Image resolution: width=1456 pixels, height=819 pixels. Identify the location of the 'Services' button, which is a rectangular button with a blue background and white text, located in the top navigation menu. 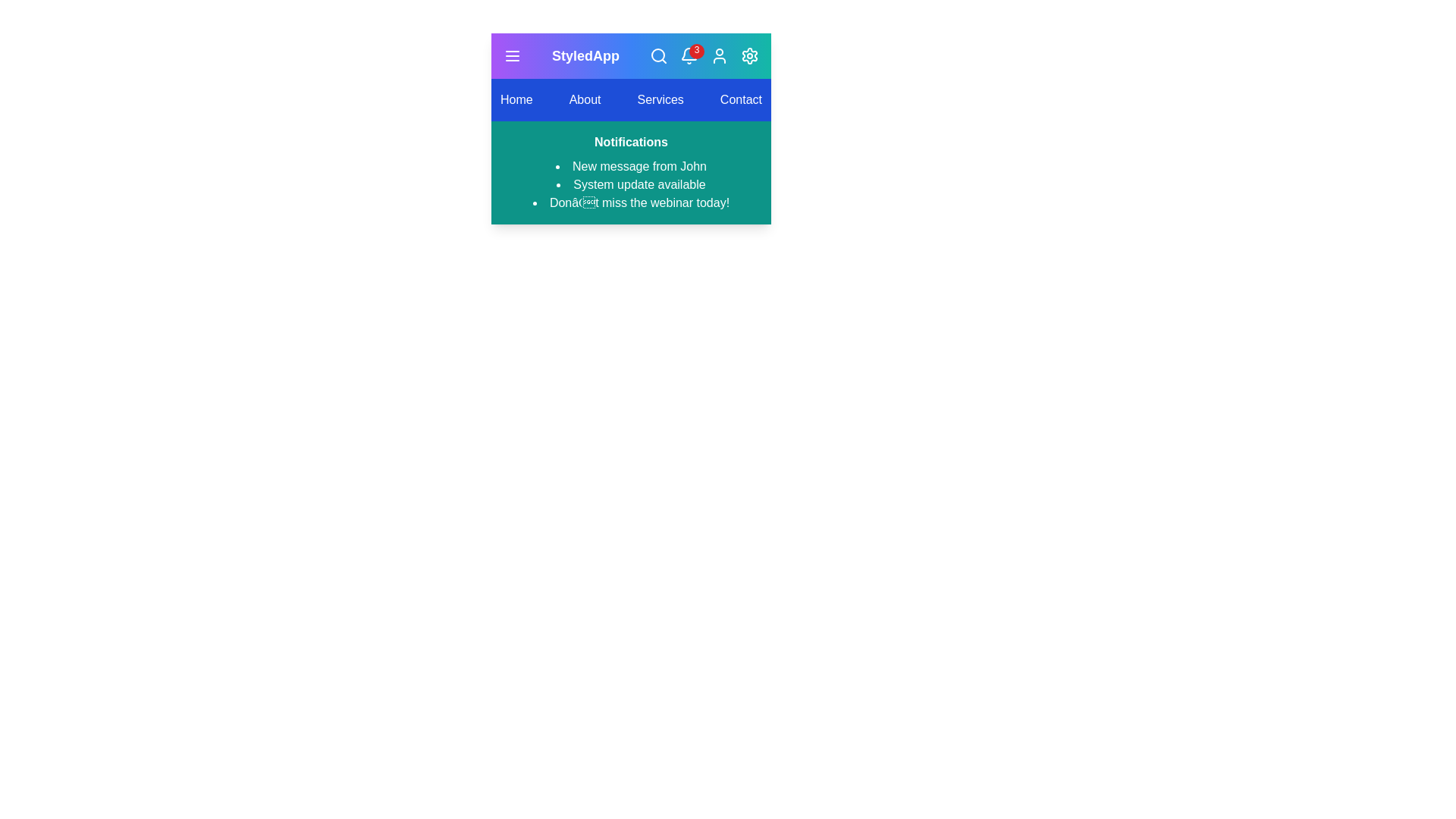
(661, 99).